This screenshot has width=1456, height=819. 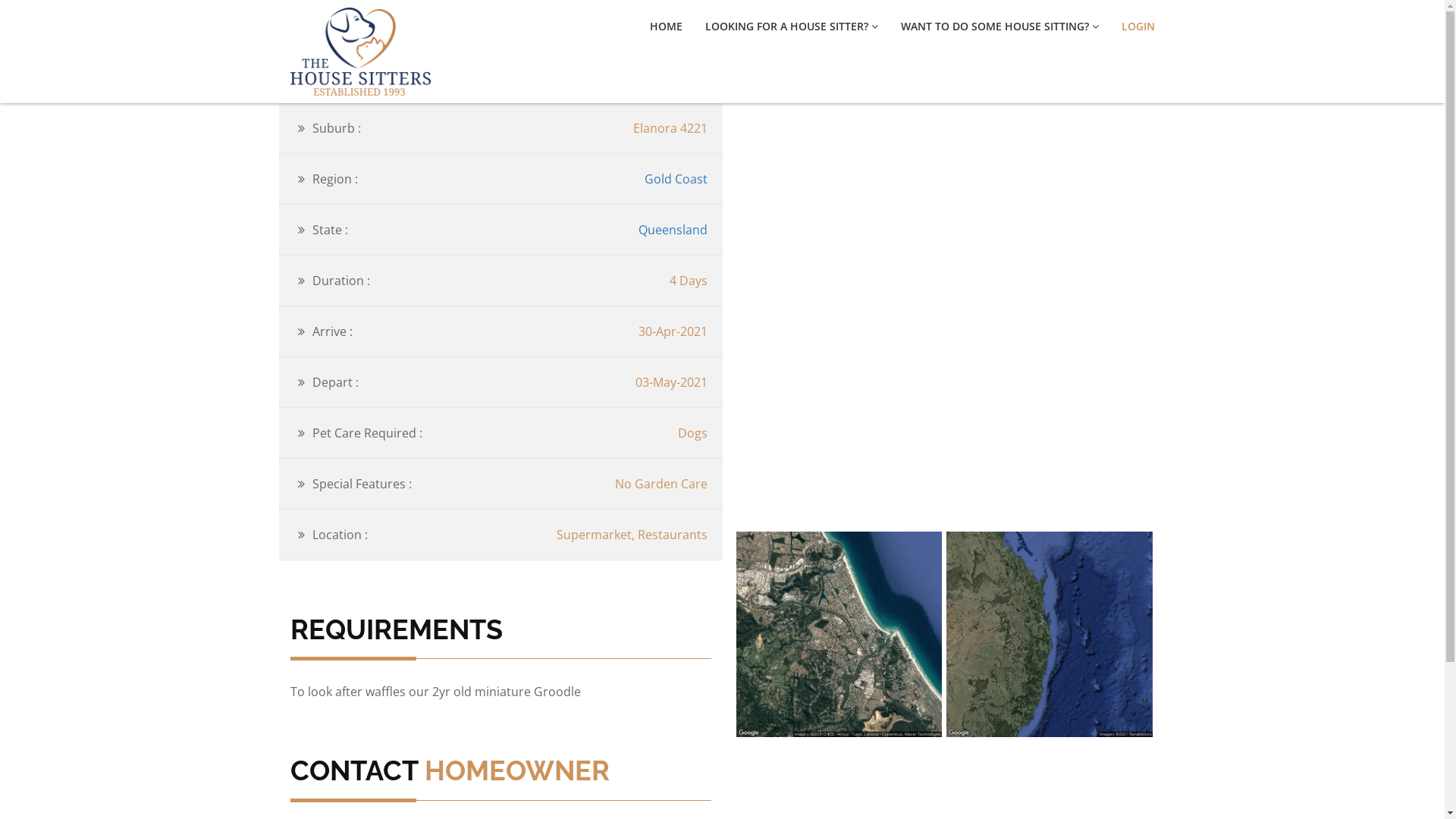 What do you see at coordinates (901, 26) in the screenshot?
I see `'WANT TO DO SOME HOUSE SITTING?'` at bounding box center [901, 26].